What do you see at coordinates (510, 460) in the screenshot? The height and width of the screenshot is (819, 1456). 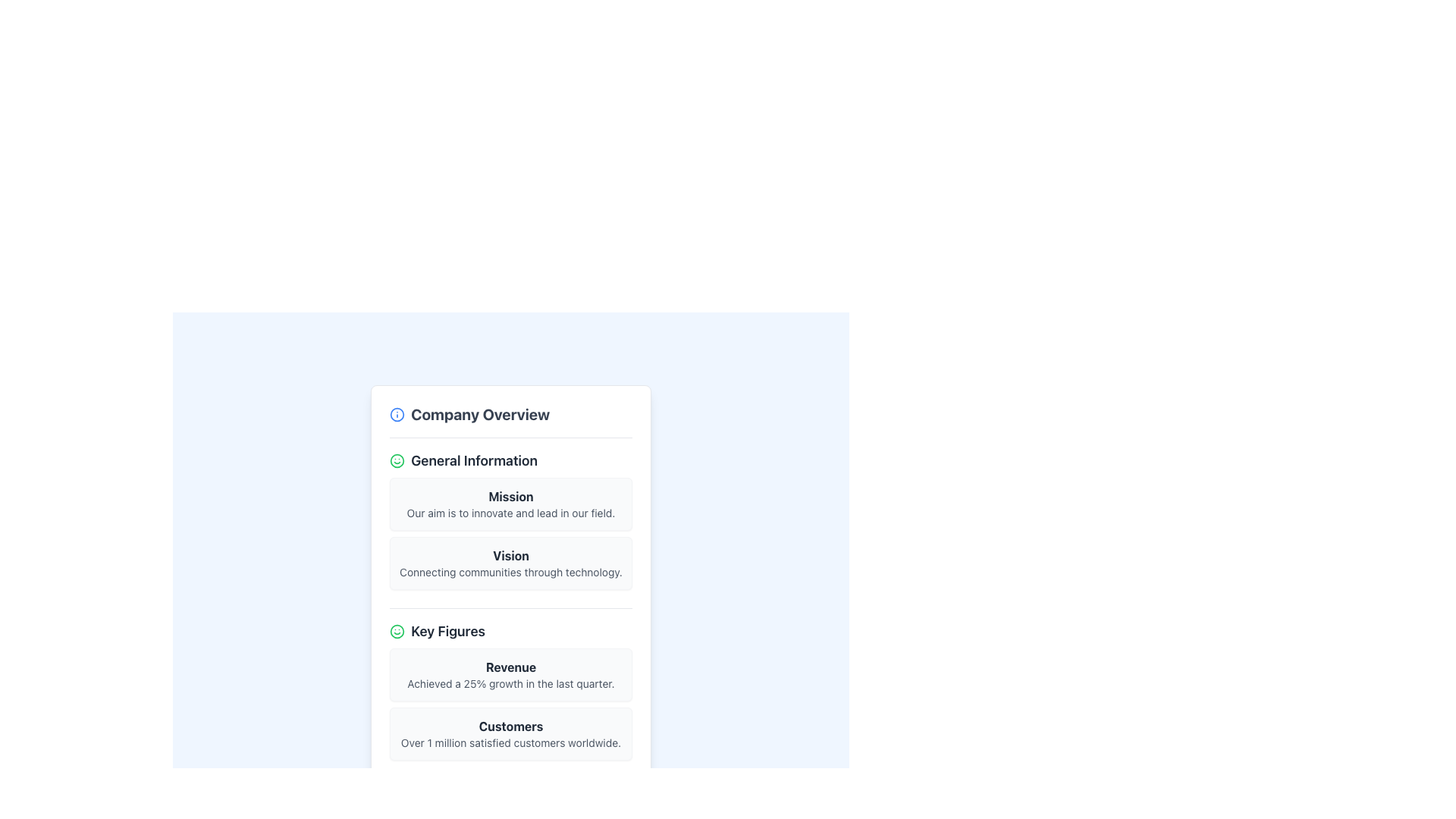 I see `the 'General Information' text label, which is styled in bold with a large font size and has a green smiling face icon to its left` at bounding box center [510, 460].